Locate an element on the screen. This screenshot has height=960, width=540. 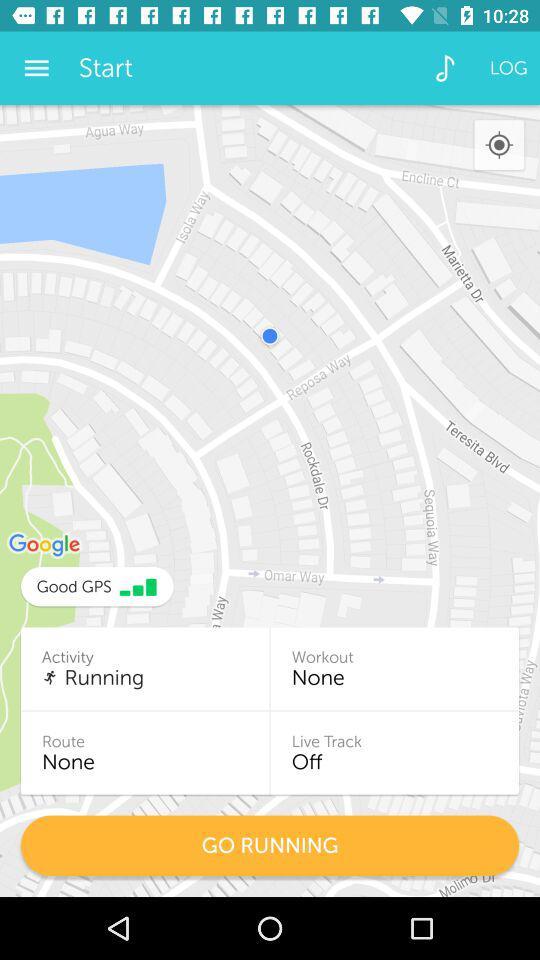
the go running item is located at coordinates (270, 844).